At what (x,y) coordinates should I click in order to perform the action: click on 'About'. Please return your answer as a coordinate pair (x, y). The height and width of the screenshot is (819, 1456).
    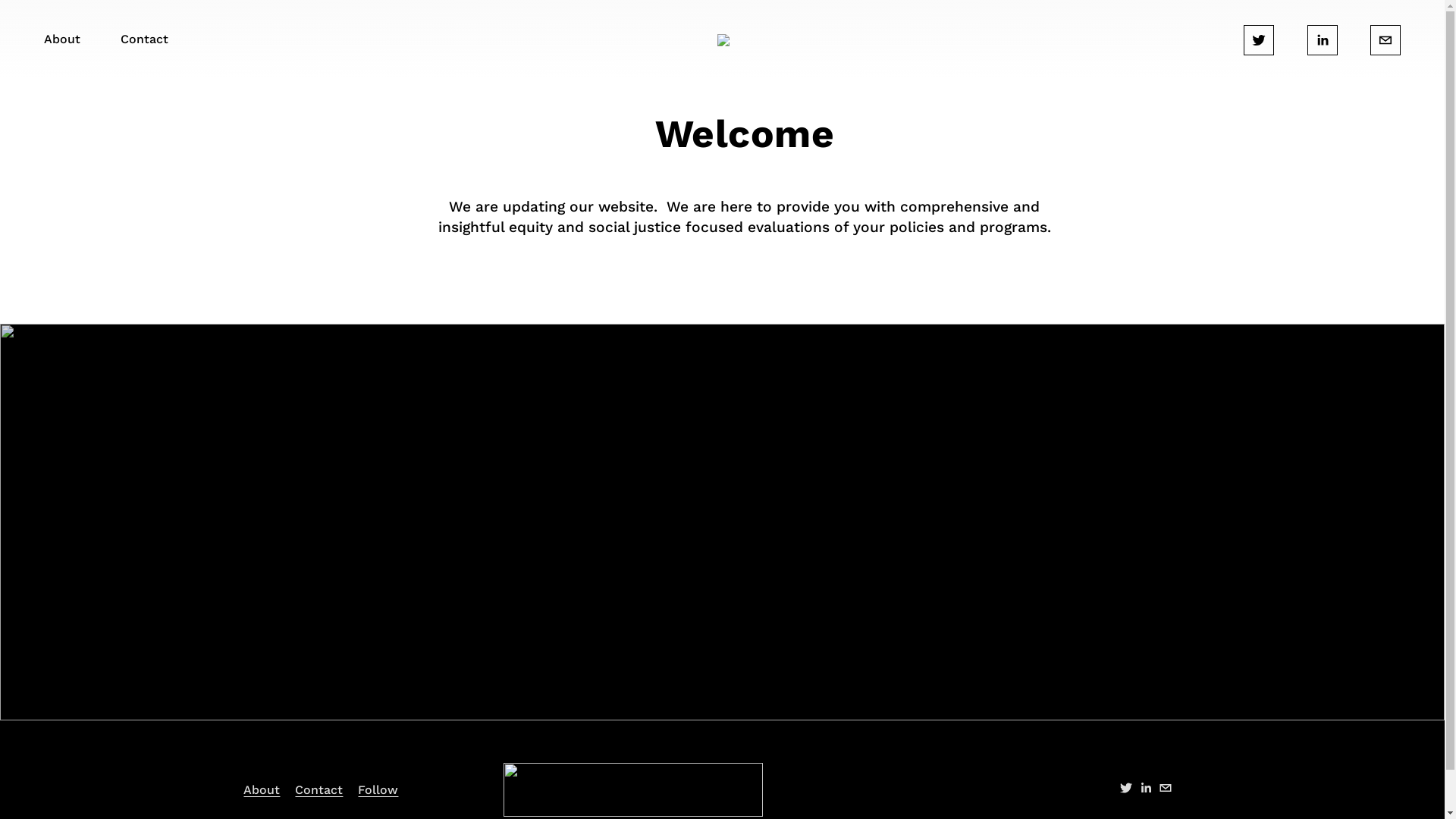
    Looking at the image, I should click on (243, 789).